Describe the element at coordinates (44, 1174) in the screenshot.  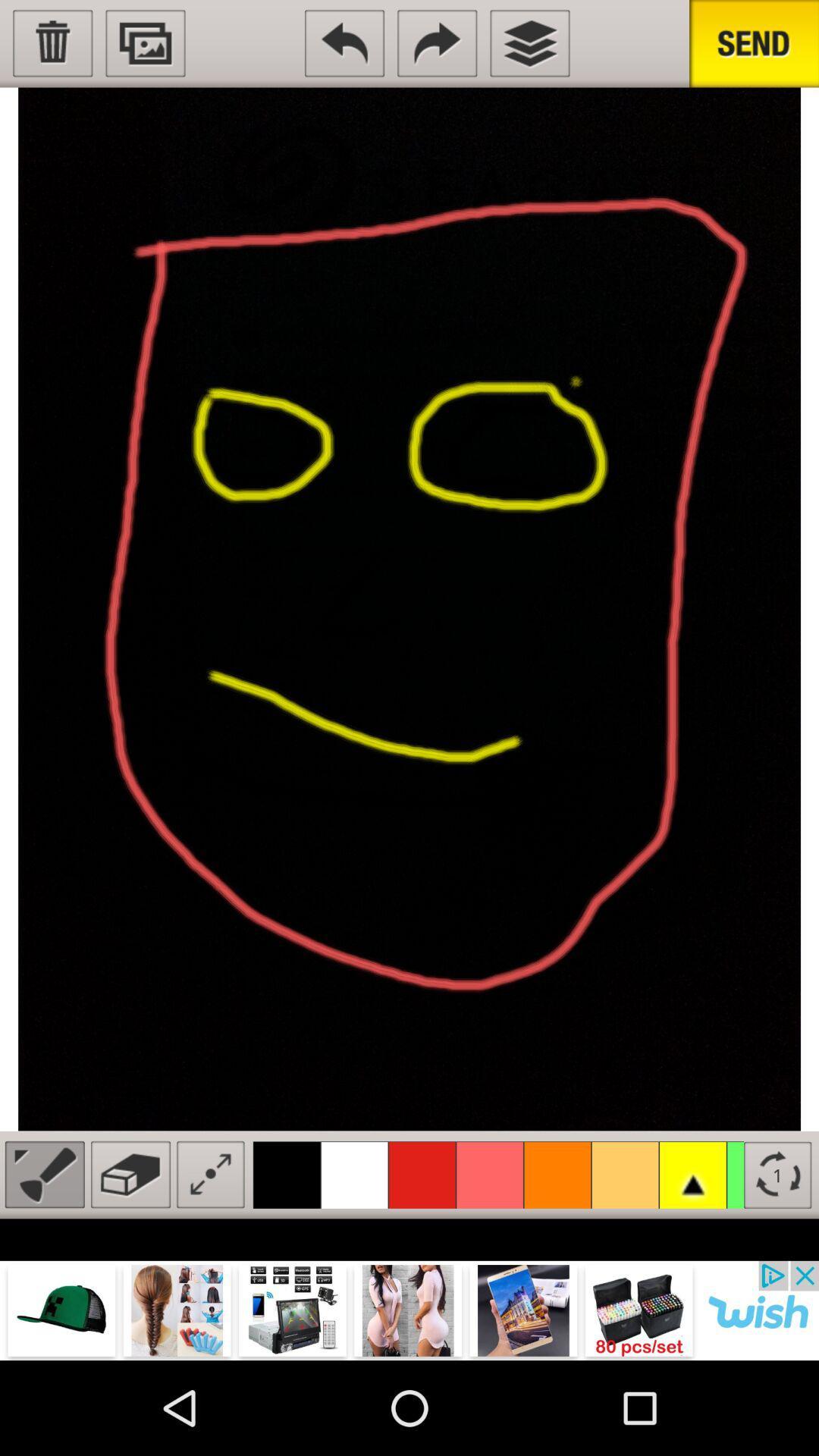
I see `use paint brush` at that location.